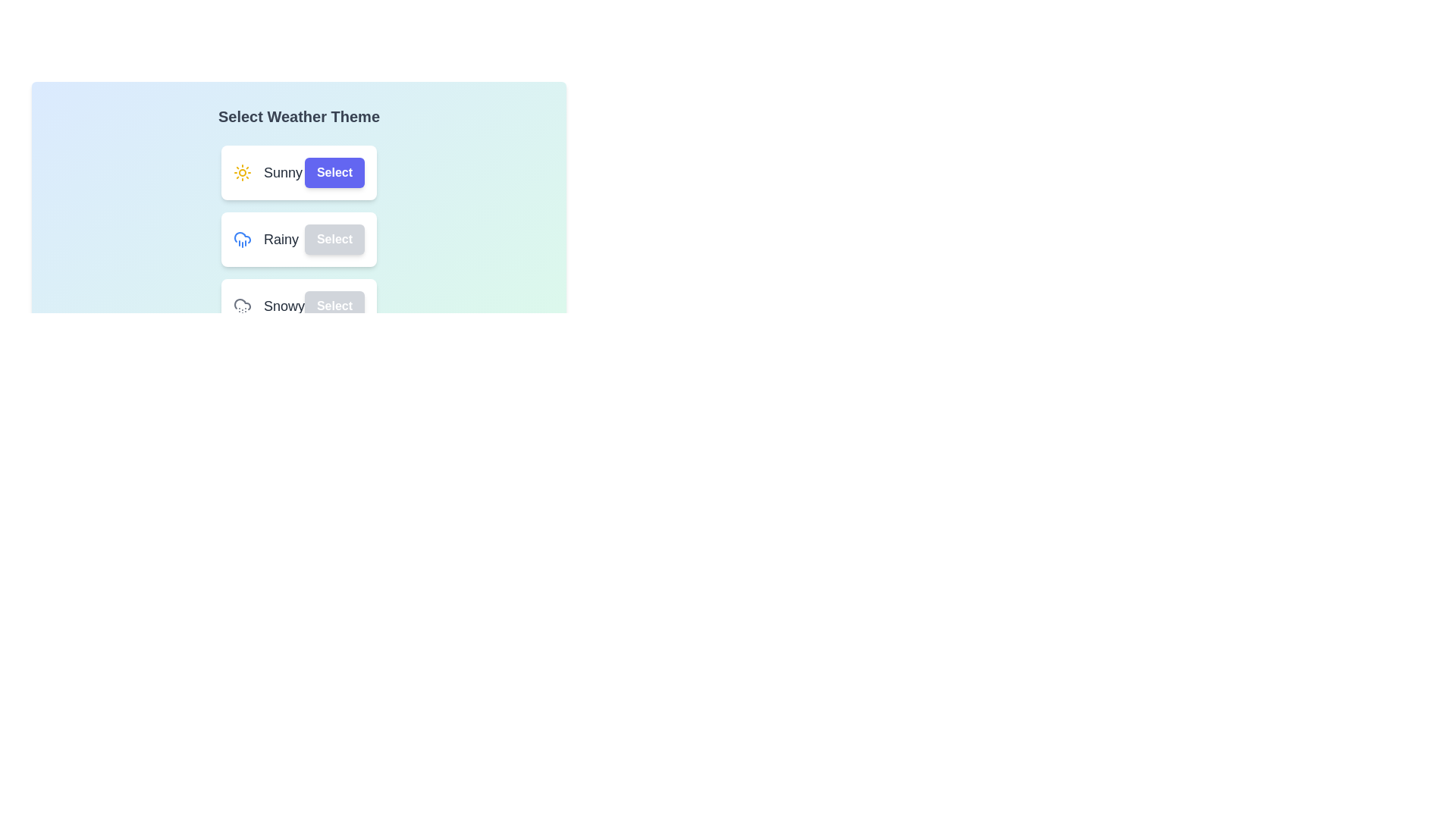 This screenshot has height=819, width=1456. Describe the element at coordinates (241, 171) in the screenshot. I see `the icon for the sunny weather theme` at that location.